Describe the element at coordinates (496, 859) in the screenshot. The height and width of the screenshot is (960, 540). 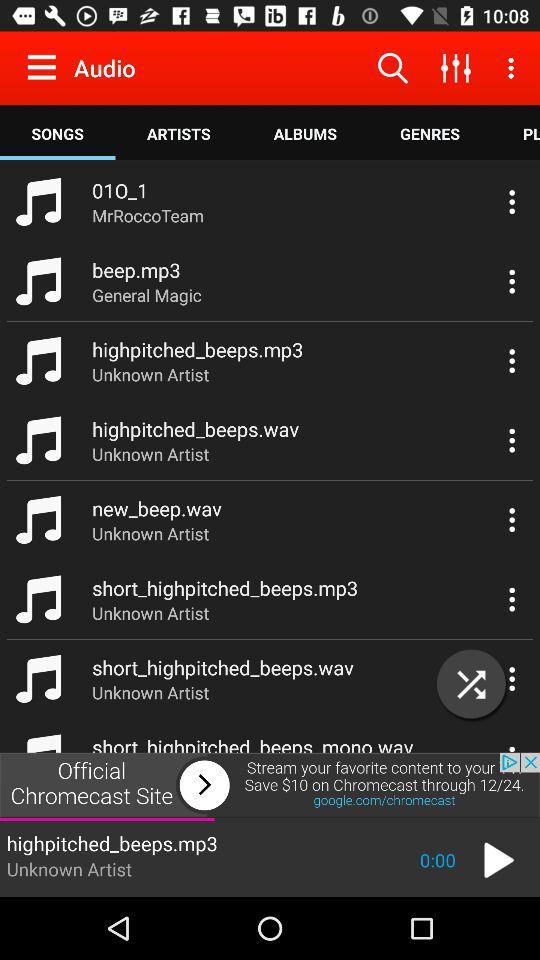
I see `the play icon` at that location.